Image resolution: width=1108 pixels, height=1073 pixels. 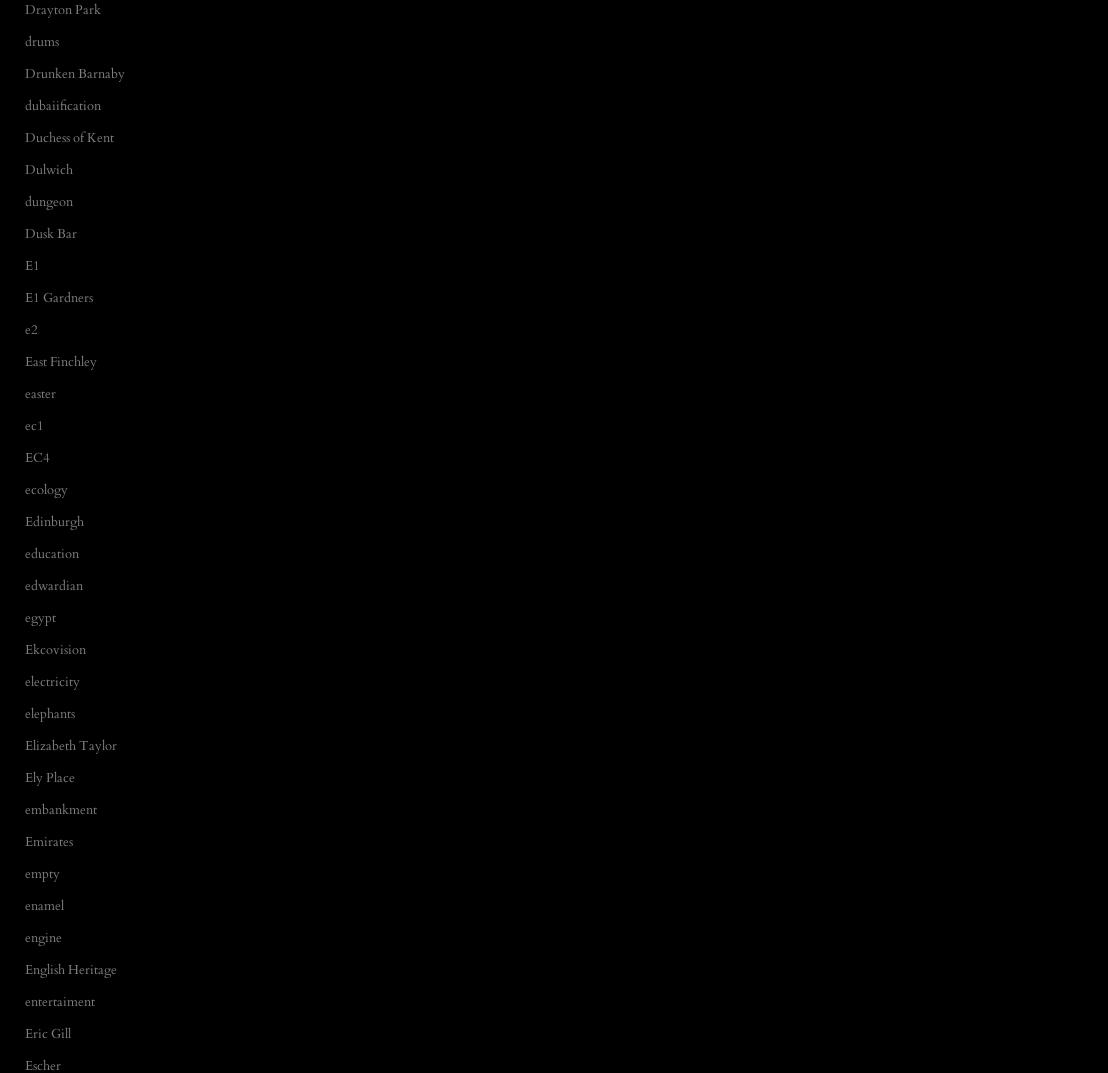 I want to click on 'Drunken Barnaby', so click(x=74, y=72).